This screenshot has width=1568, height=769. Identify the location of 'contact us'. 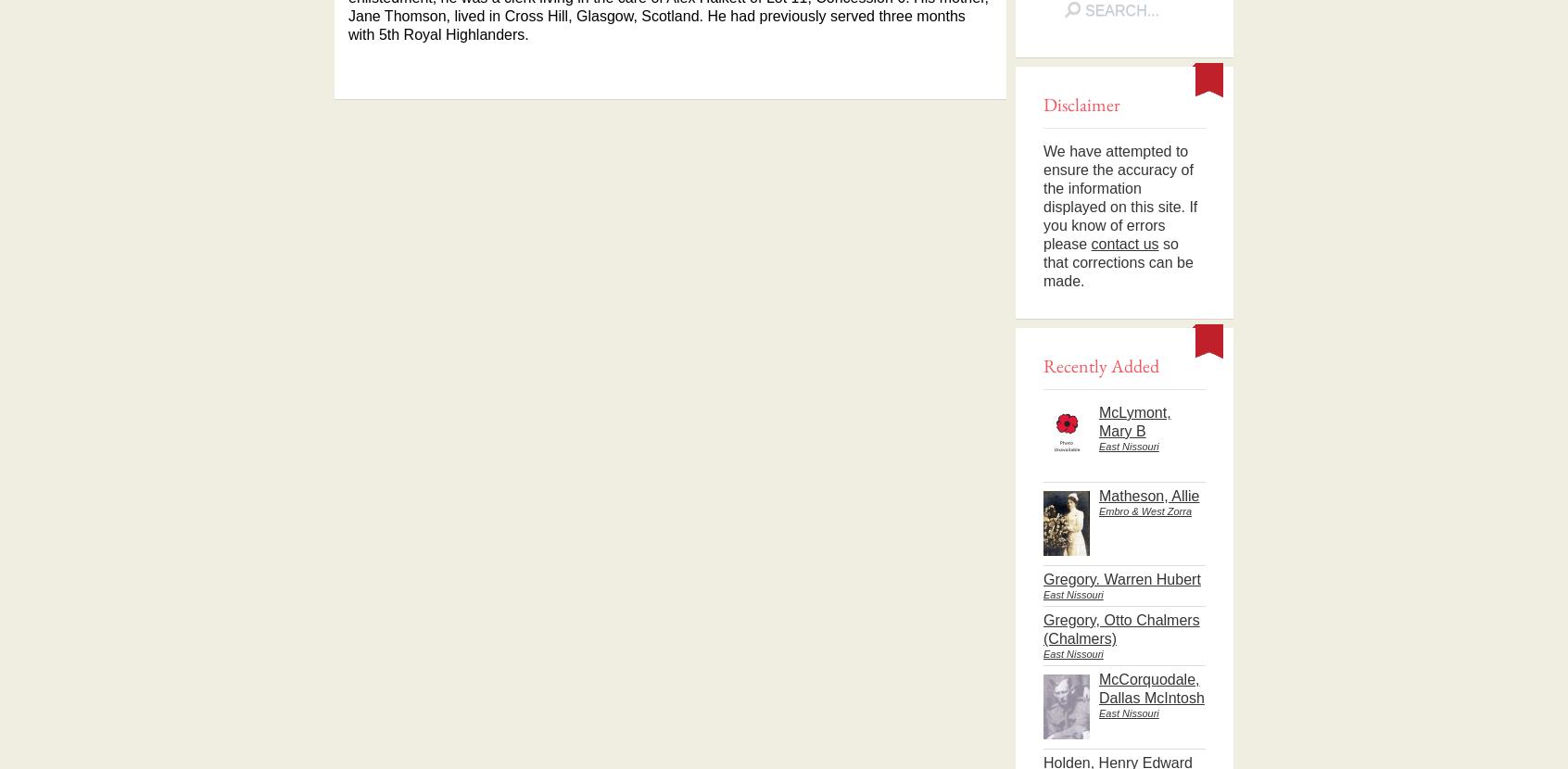
(1124, 244).